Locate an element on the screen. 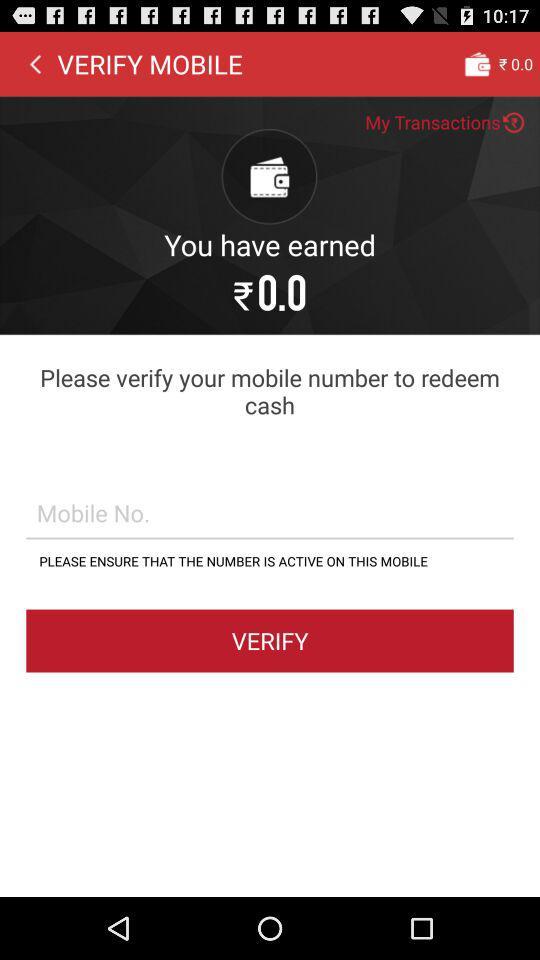 This screenshot has width=540, height=960. the button having the text verify is located at coordinates (270, 639).